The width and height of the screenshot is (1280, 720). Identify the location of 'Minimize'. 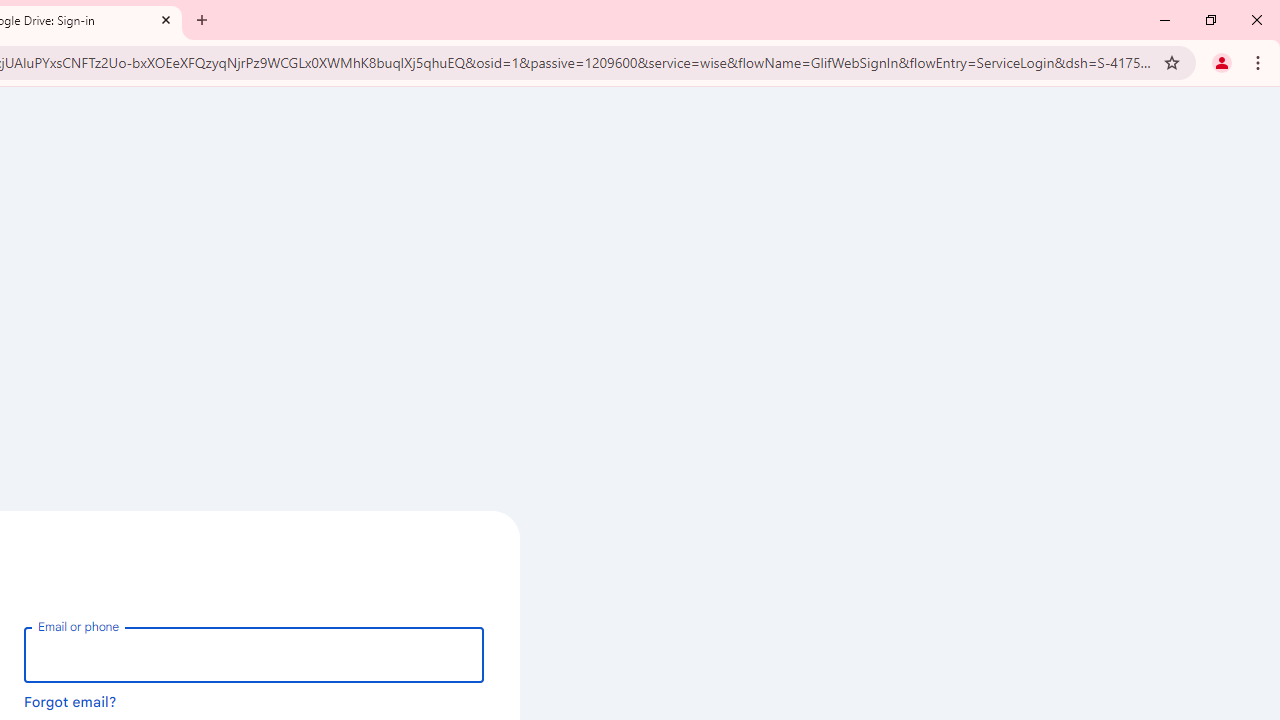
(1165, 20).